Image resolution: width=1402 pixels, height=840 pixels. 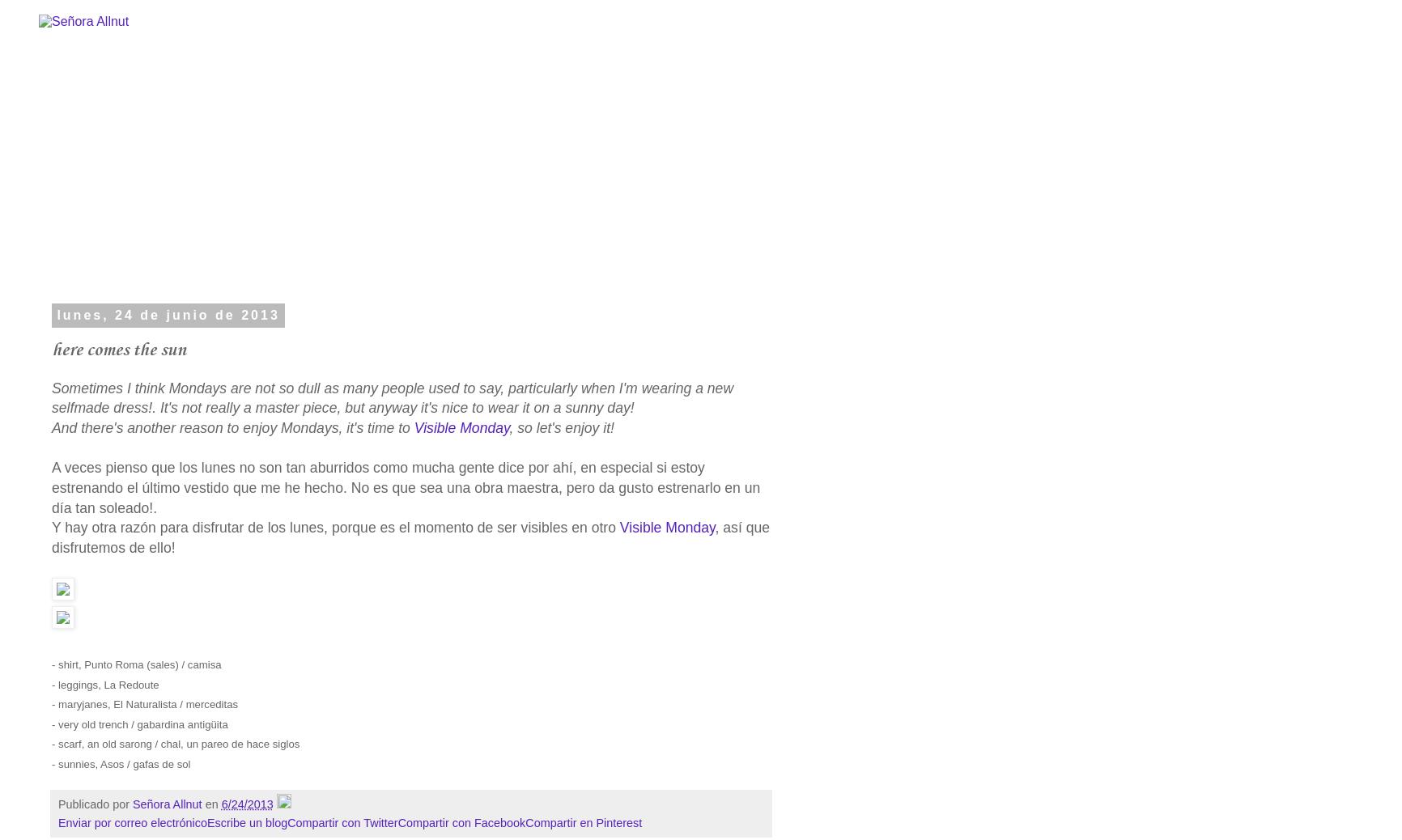 I want to click on 'here comes the sun', so click(x=119, y=349).